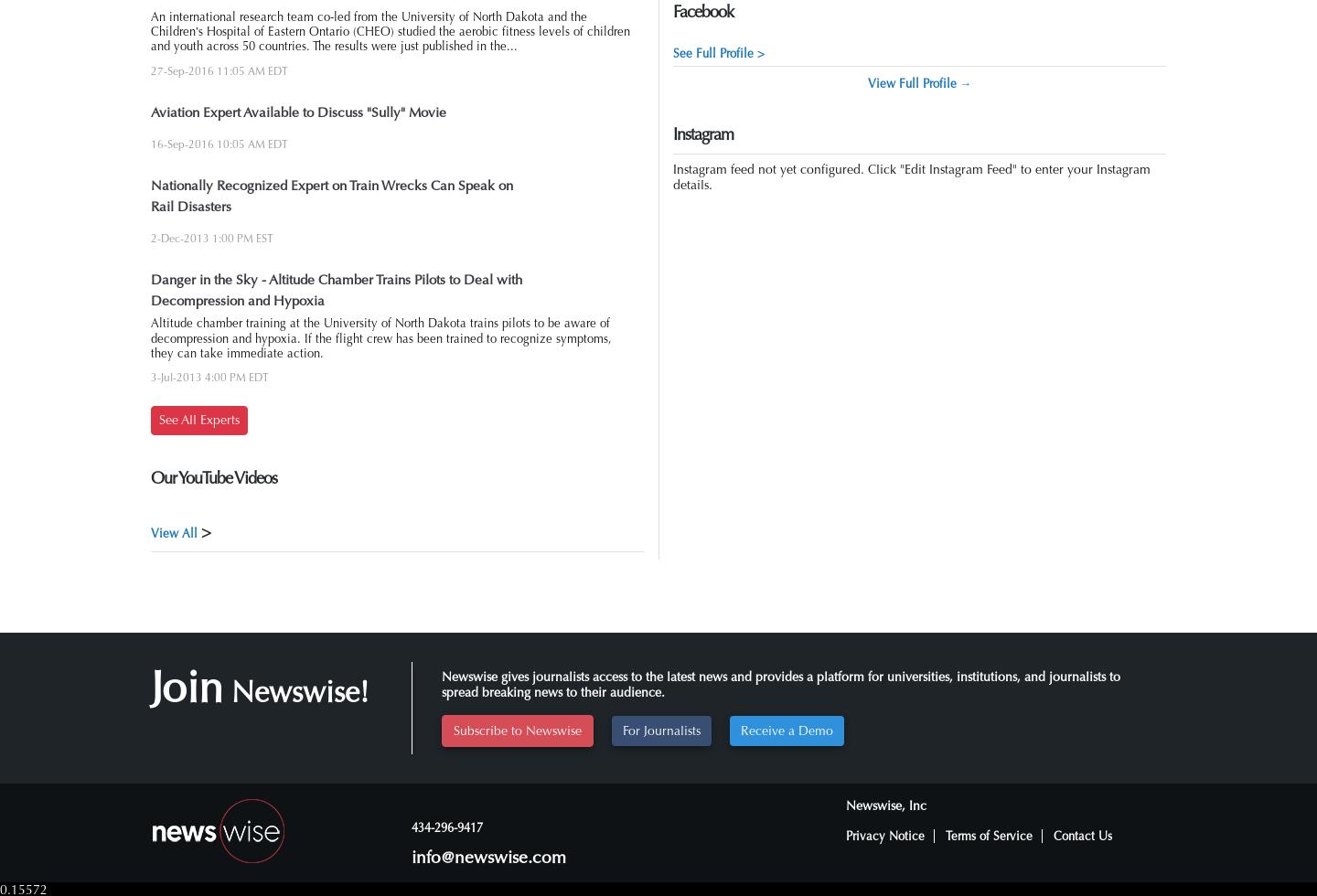 This screenshot has width=1317, height=896. I want to click on 'Aviation Expert Available to Discuss "Sully" Movie', so click(298, 112).